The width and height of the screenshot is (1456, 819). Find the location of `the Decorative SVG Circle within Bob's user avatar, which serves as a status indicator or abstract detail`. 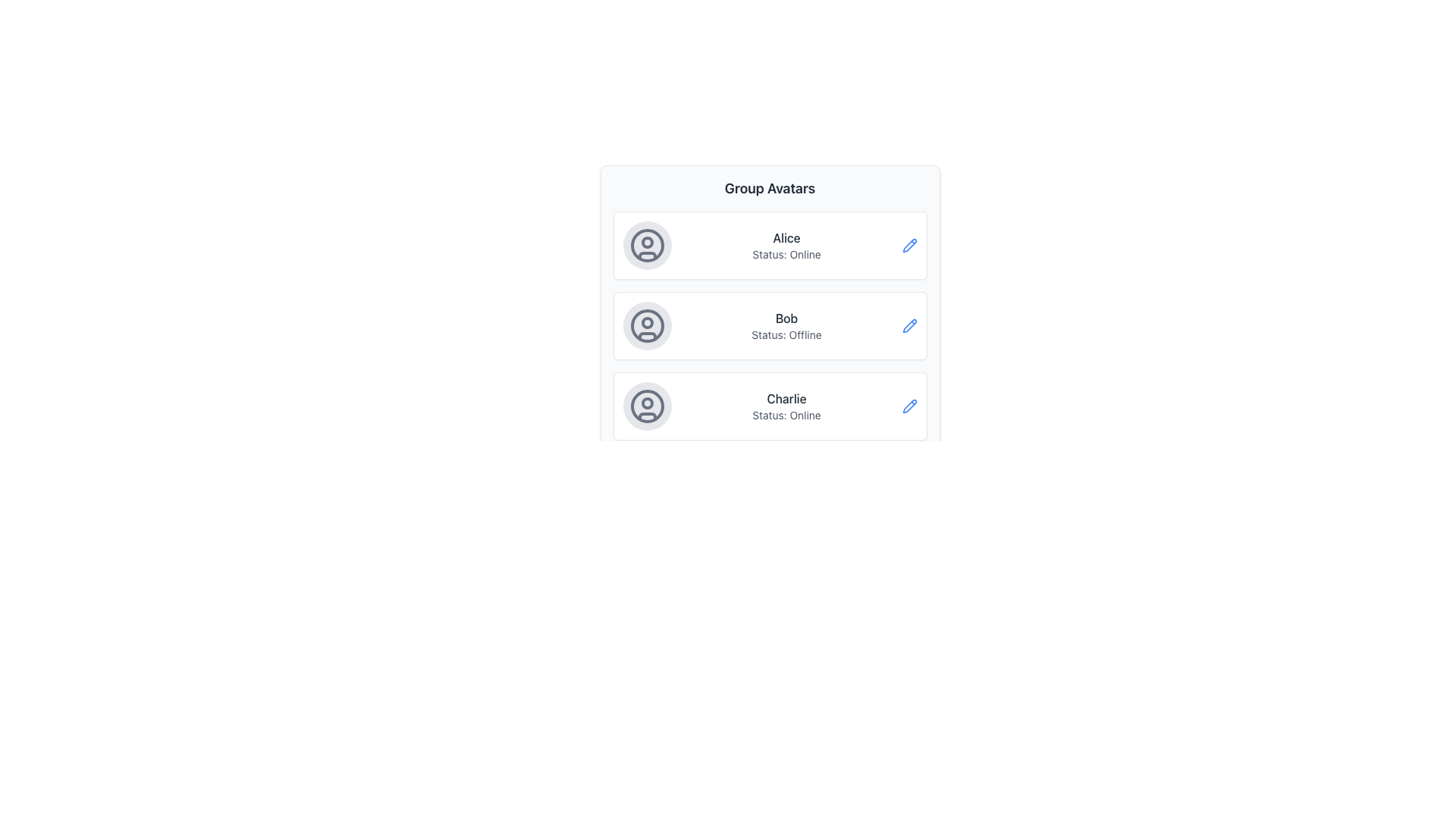

the Decorative SVG Circle within Bob's user avatar, which serves as a status indicator or abstract detail is located at coordinates (647, 322).